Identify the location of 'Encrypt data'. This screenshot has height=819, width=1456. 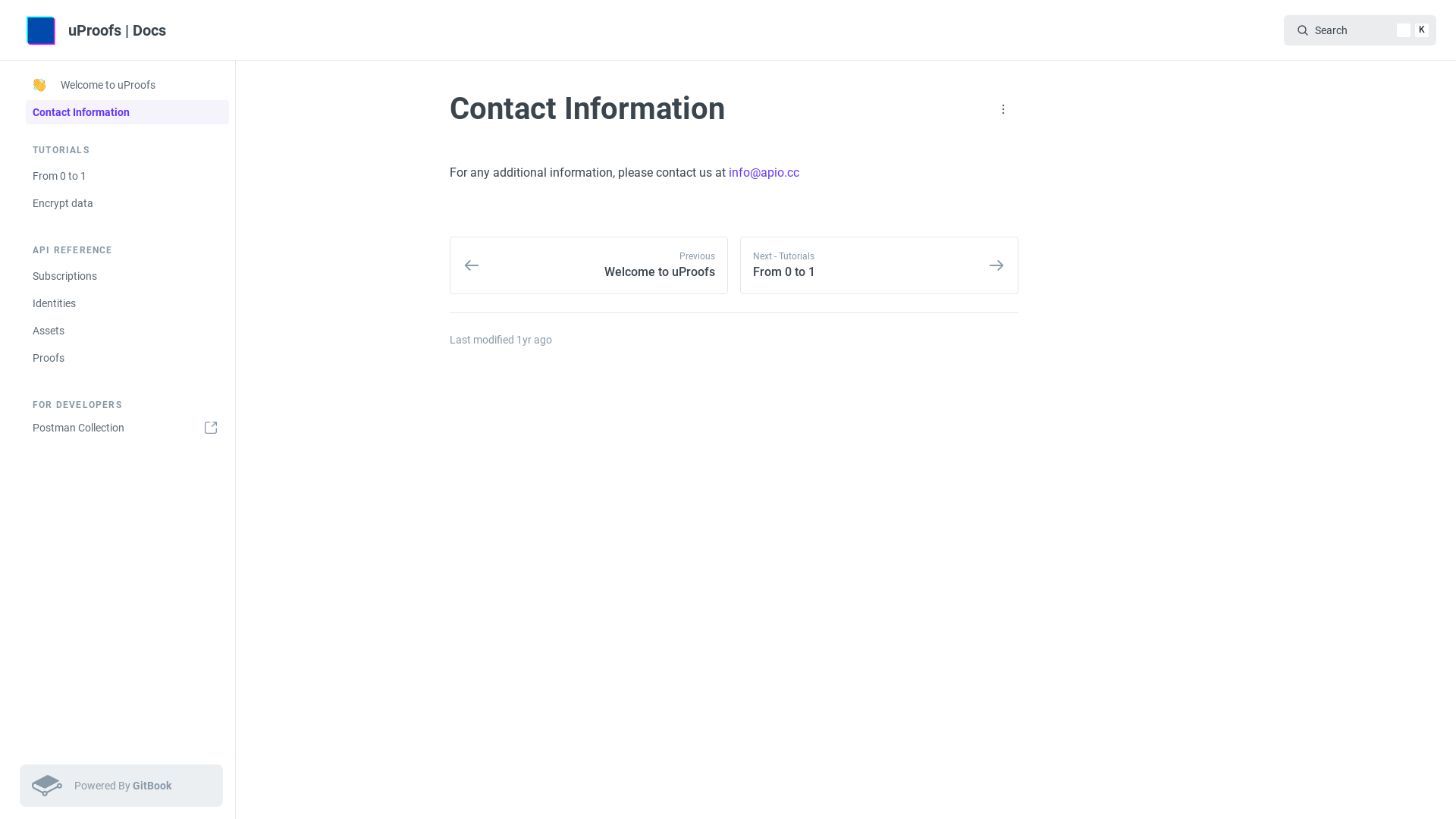
(127, 202).